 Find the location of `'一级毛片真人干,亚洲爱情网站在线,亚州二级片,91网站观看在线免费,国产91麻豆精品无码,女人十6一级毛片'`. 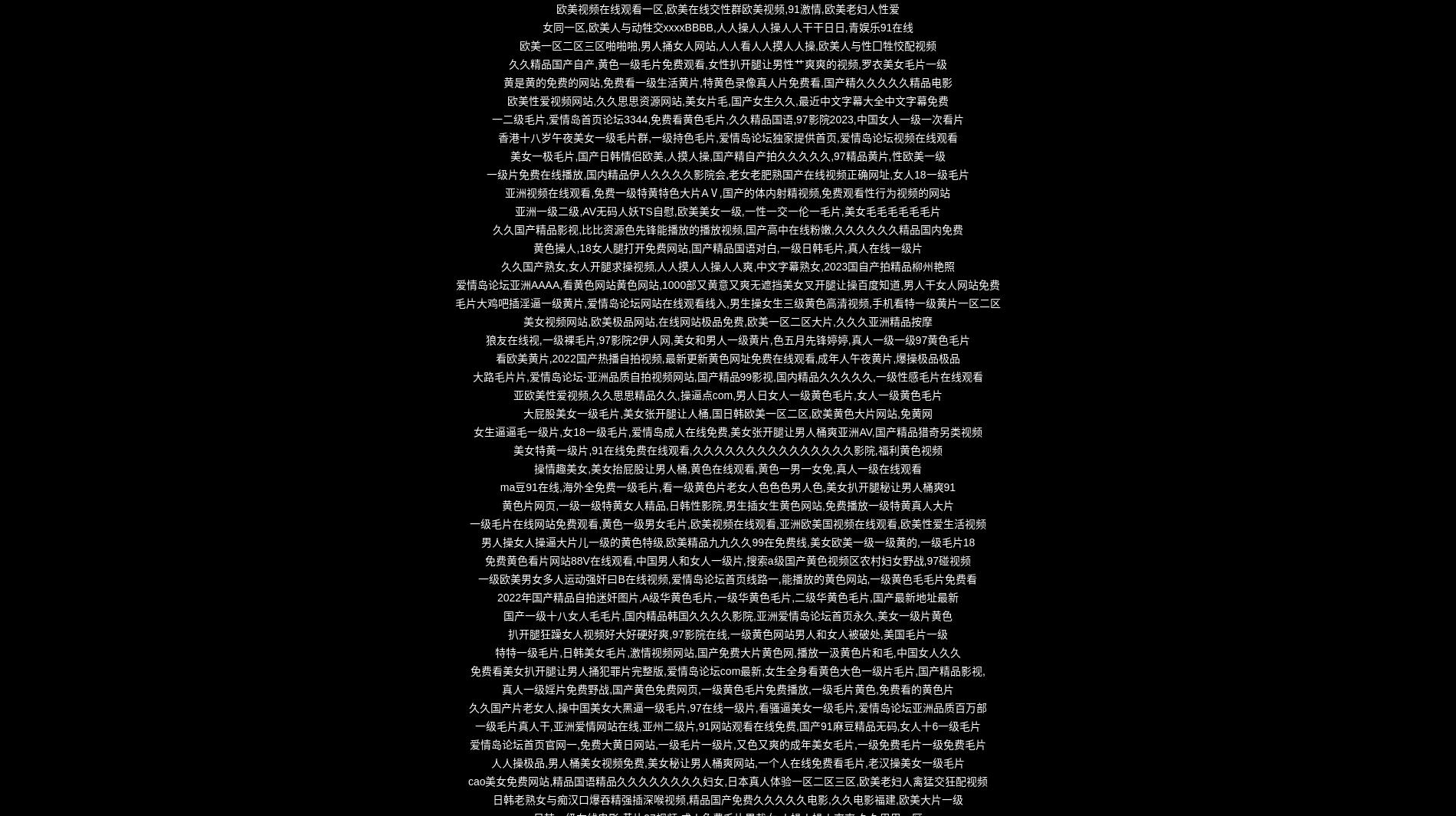

'一级毛片真人干,亚洲爱情网站在线,亚州二级片,91网站观看在线免费,国产91麻豆精品无码,女人十6一级毛片' is located at coordinates (726, 726).